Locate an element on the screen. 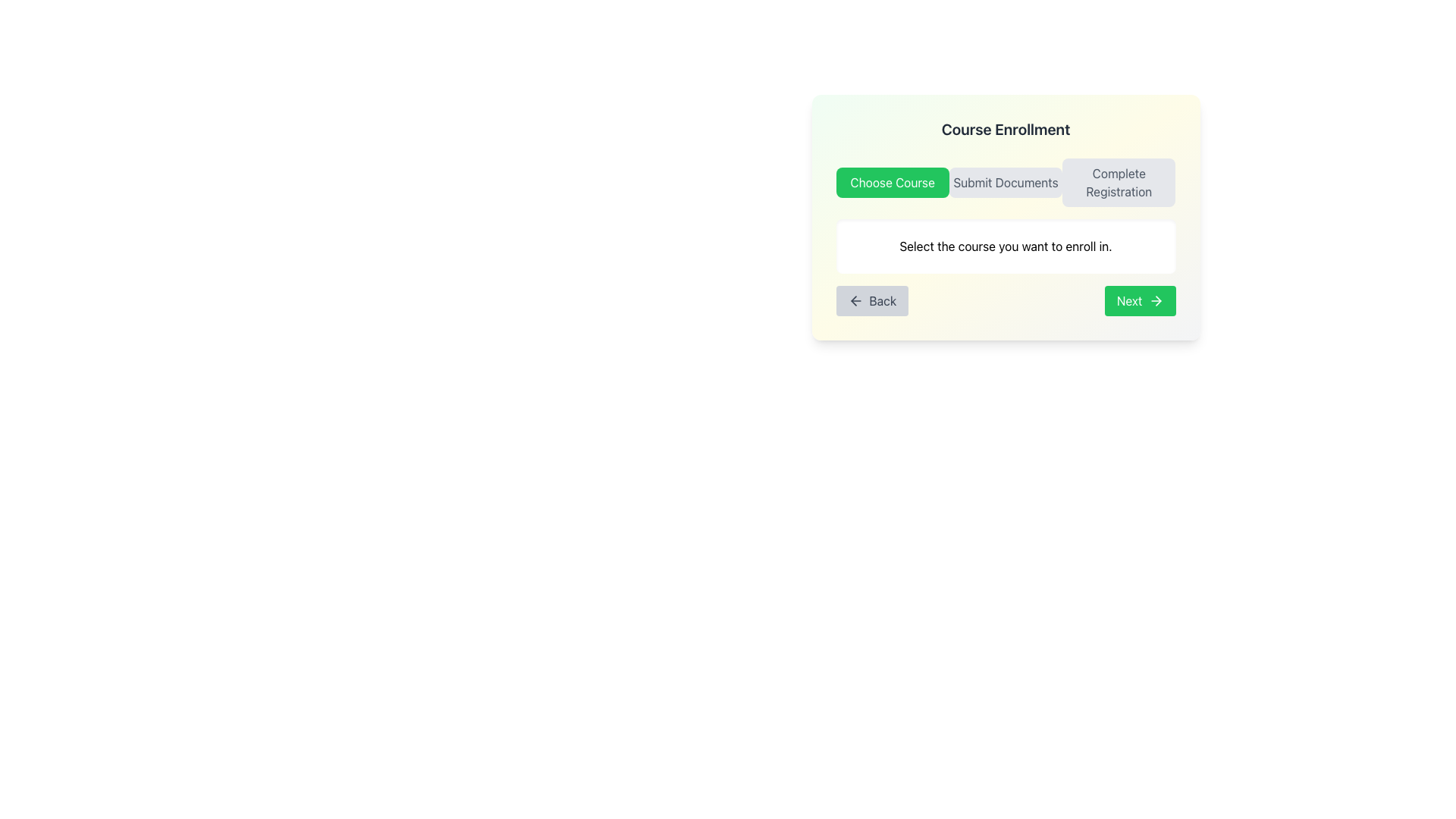 The image size is (1456, 819). the left-pointing arrow icon within the 'Back' button, which is styled with a gray background and located at the bottom left of the modal UI component is located at coordinates (853, 301).